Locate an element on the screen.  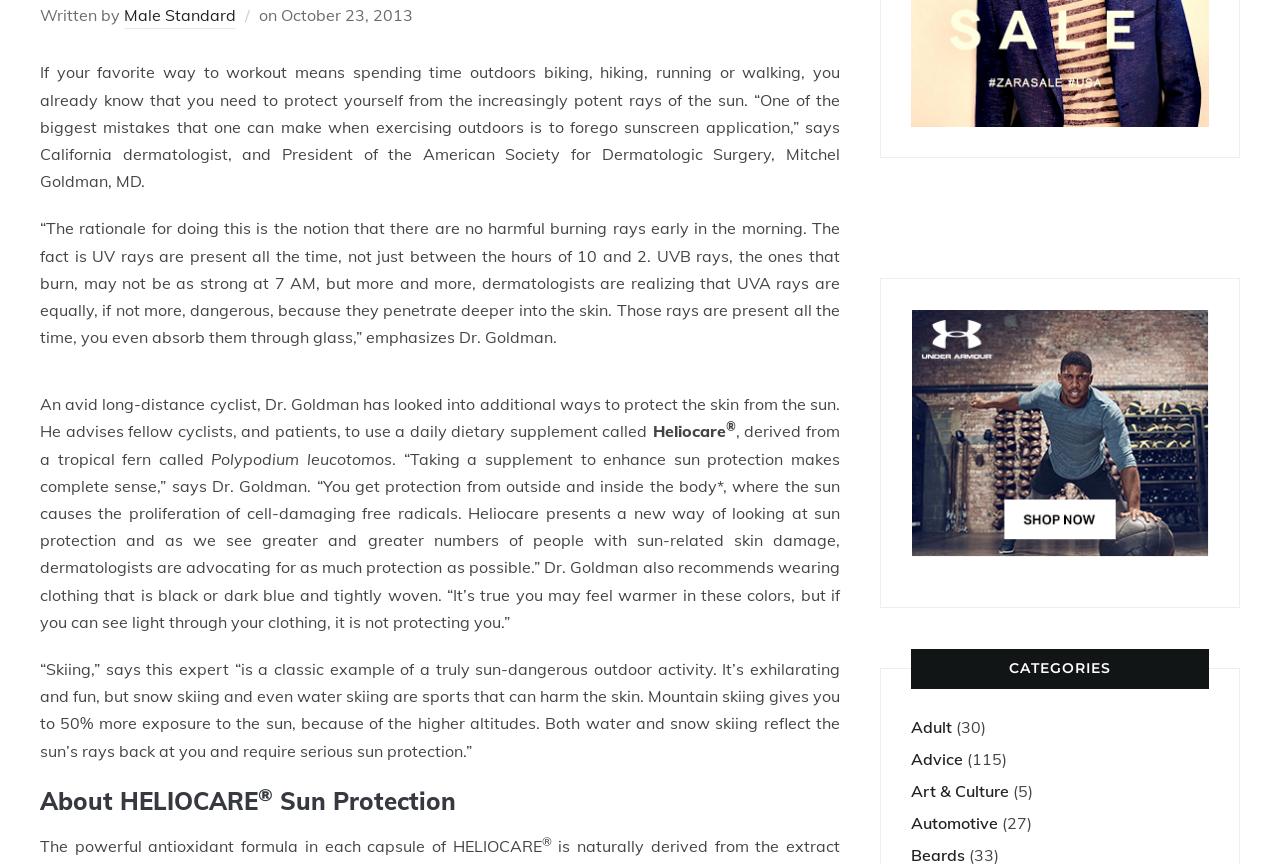
'Advice' is located at coordinates (935, 756).